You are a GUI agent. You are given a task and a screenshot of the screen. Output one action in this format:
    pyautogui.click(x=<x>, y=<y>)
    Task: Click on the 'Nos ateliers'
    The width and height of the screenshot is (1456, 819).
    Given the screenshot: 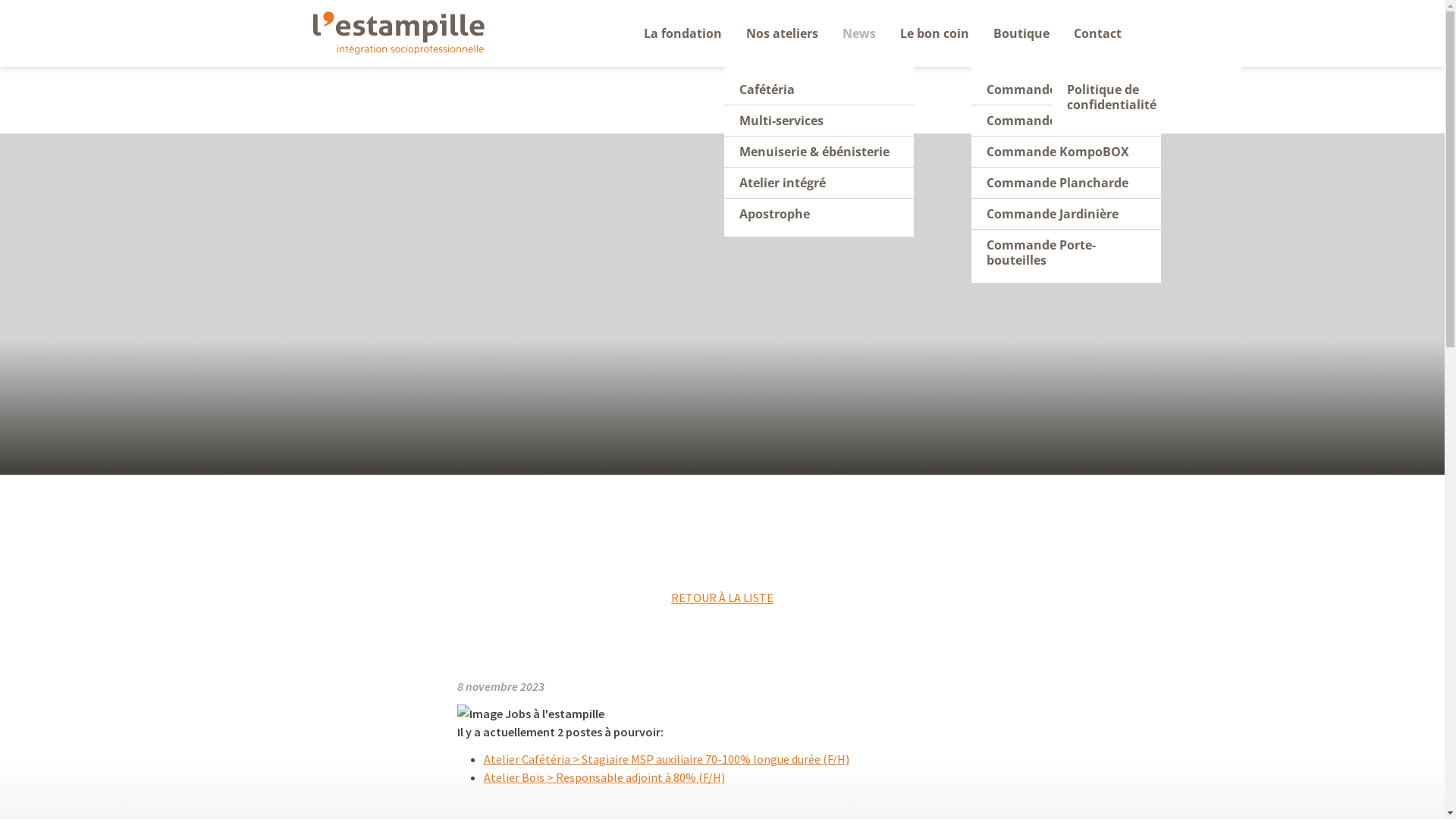 What is the action you would take?
    pyautogui.click(x=782, y=33)
    